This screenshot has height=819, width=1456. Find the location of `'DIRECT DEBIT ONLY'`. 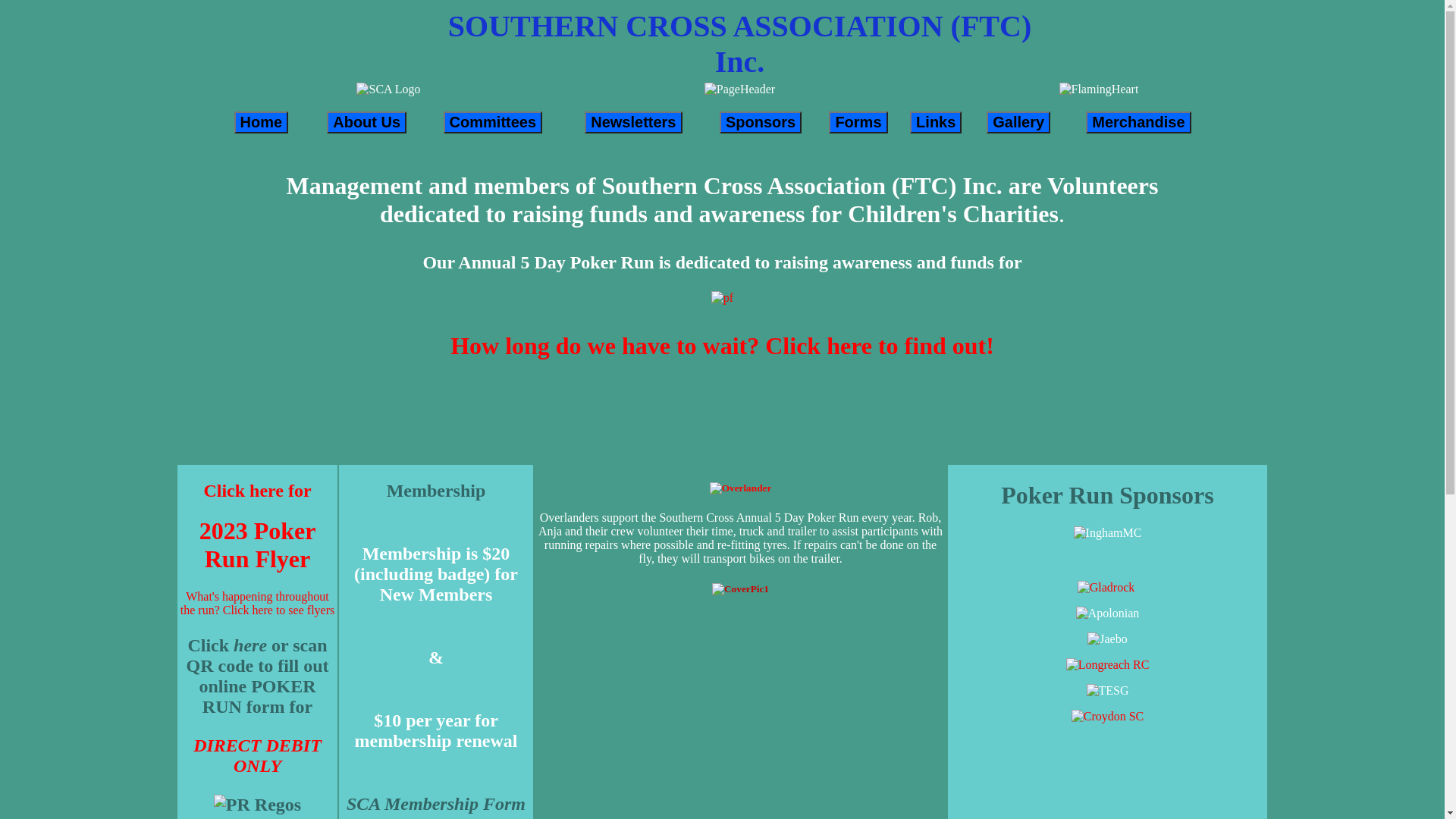

'DIRECT DEBIT ONLY' is located at coordinates (257, 755).